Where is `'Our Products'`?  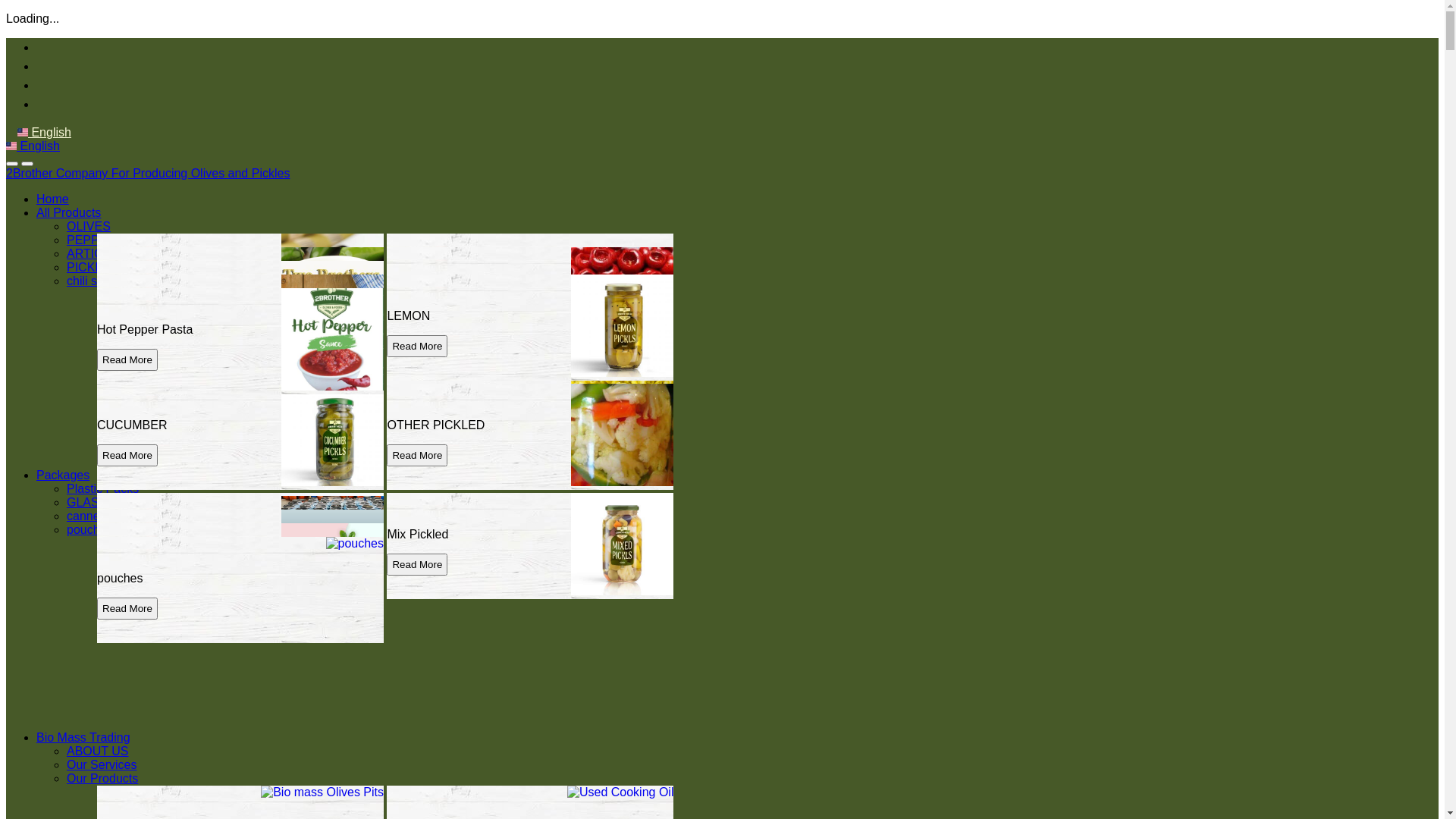 'Our Products' is located at coordinates (101, 778).